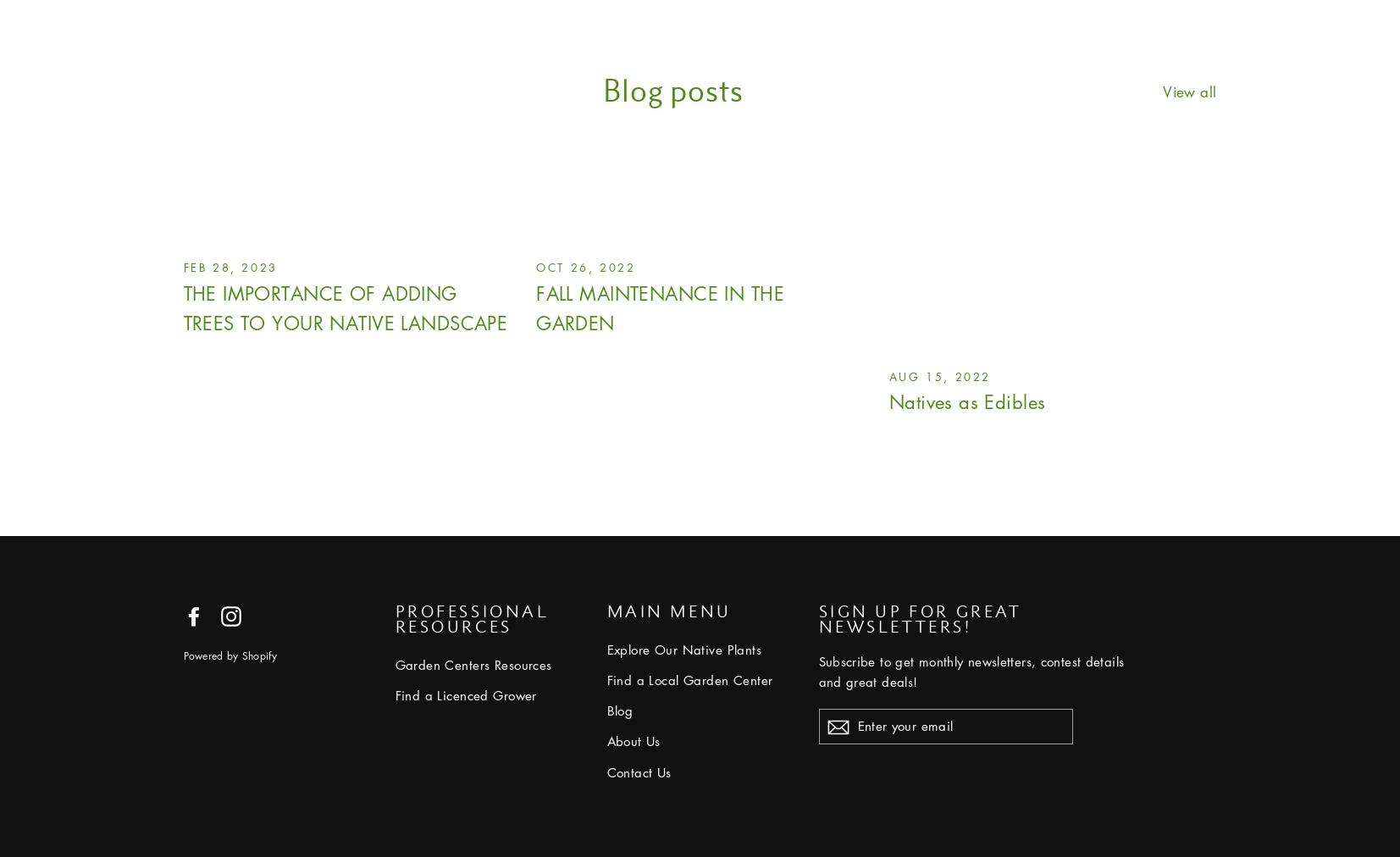 This screenshot has height=857, width=1400. I want to click on 'PROFESSIONAL RESOURCES', so click(471, 617).